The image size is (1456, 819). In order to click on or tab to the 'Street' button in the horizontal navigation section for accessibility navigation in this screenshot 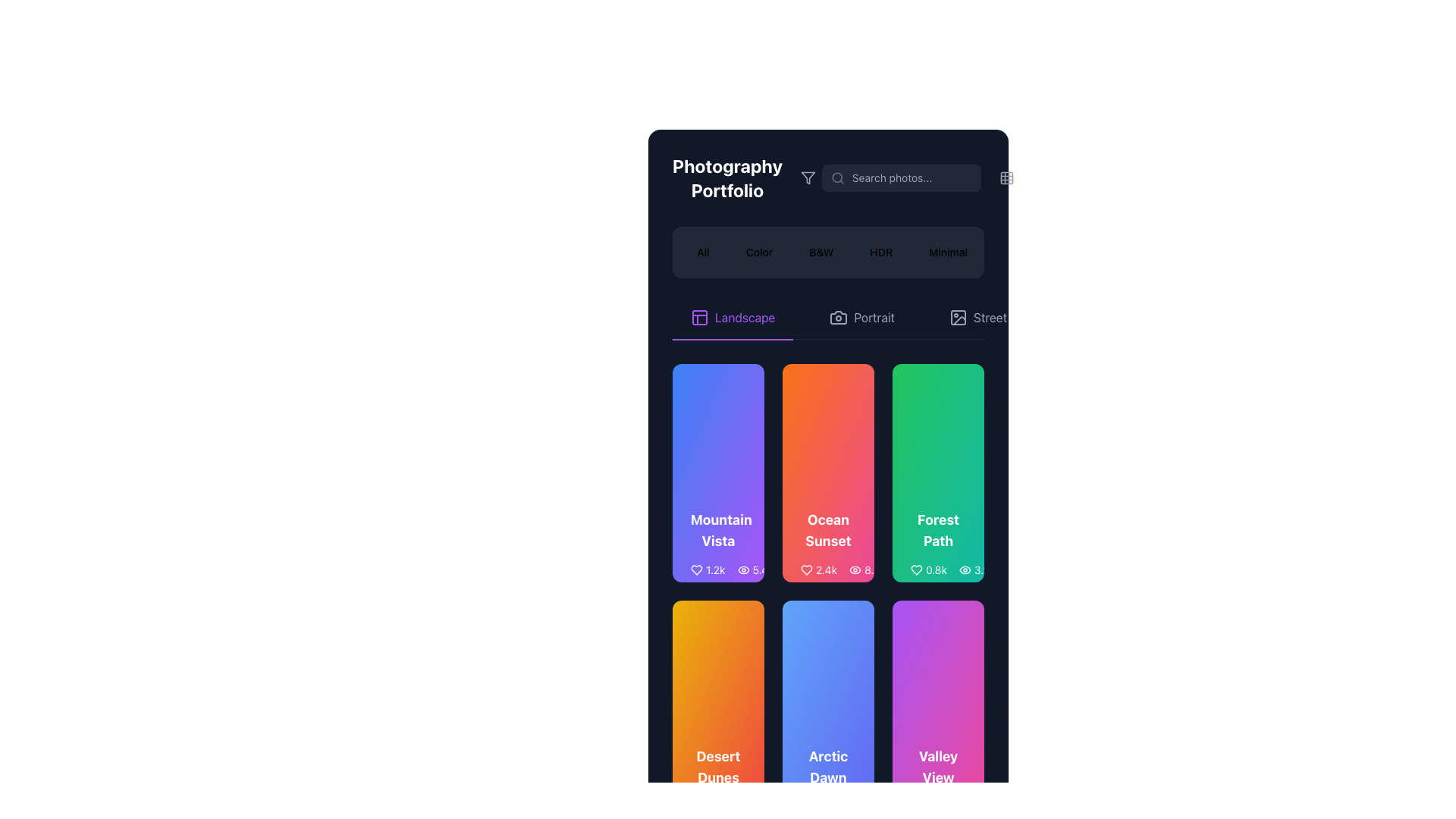, I will do `click(990, 317)`.